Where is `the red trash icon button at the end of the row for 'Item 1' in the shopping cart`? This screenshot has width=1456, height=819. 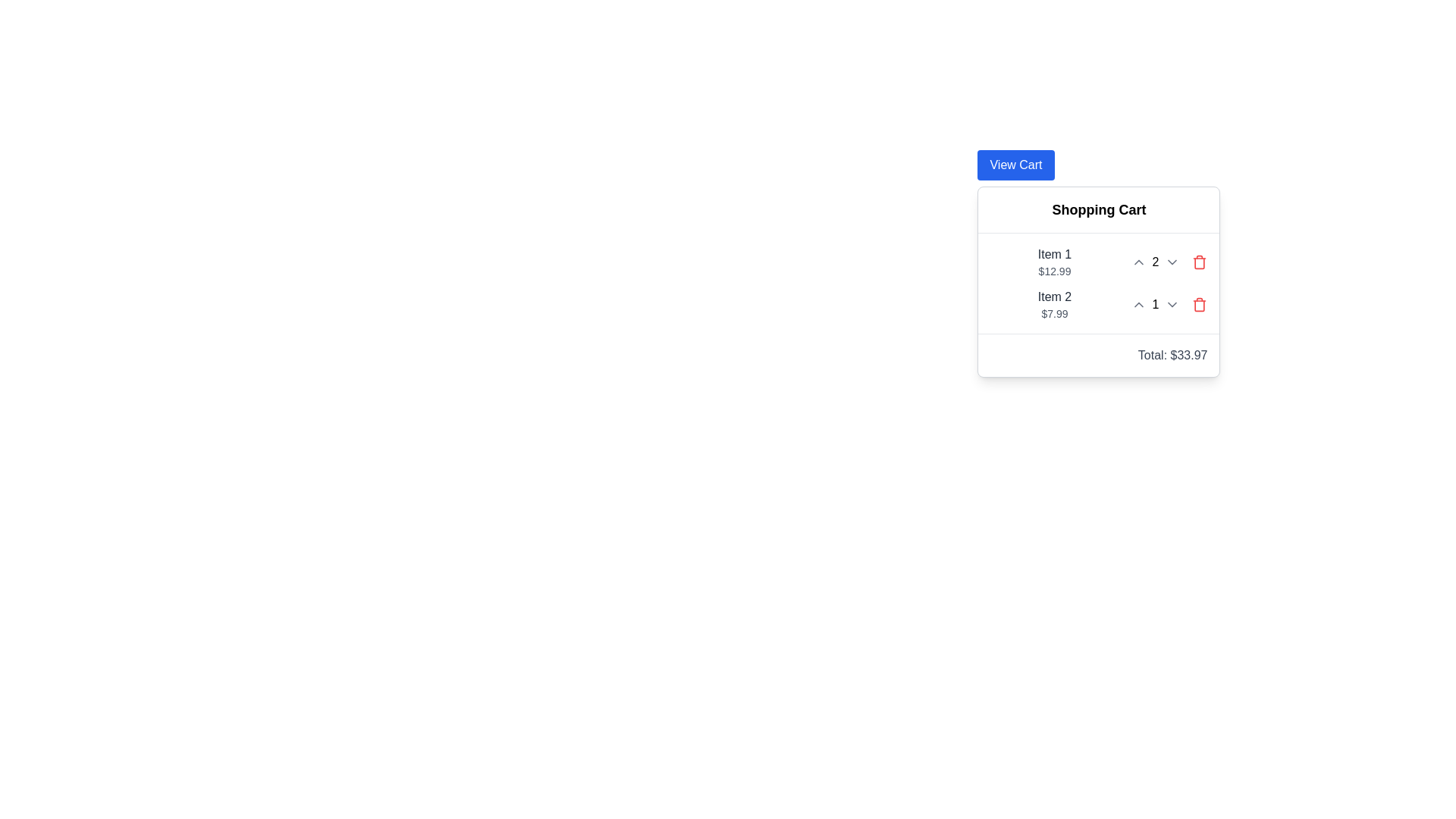 the red trash icon button at the end of the row for 'Item 1' in the shopping cart is located at coordinates (1199, 262).